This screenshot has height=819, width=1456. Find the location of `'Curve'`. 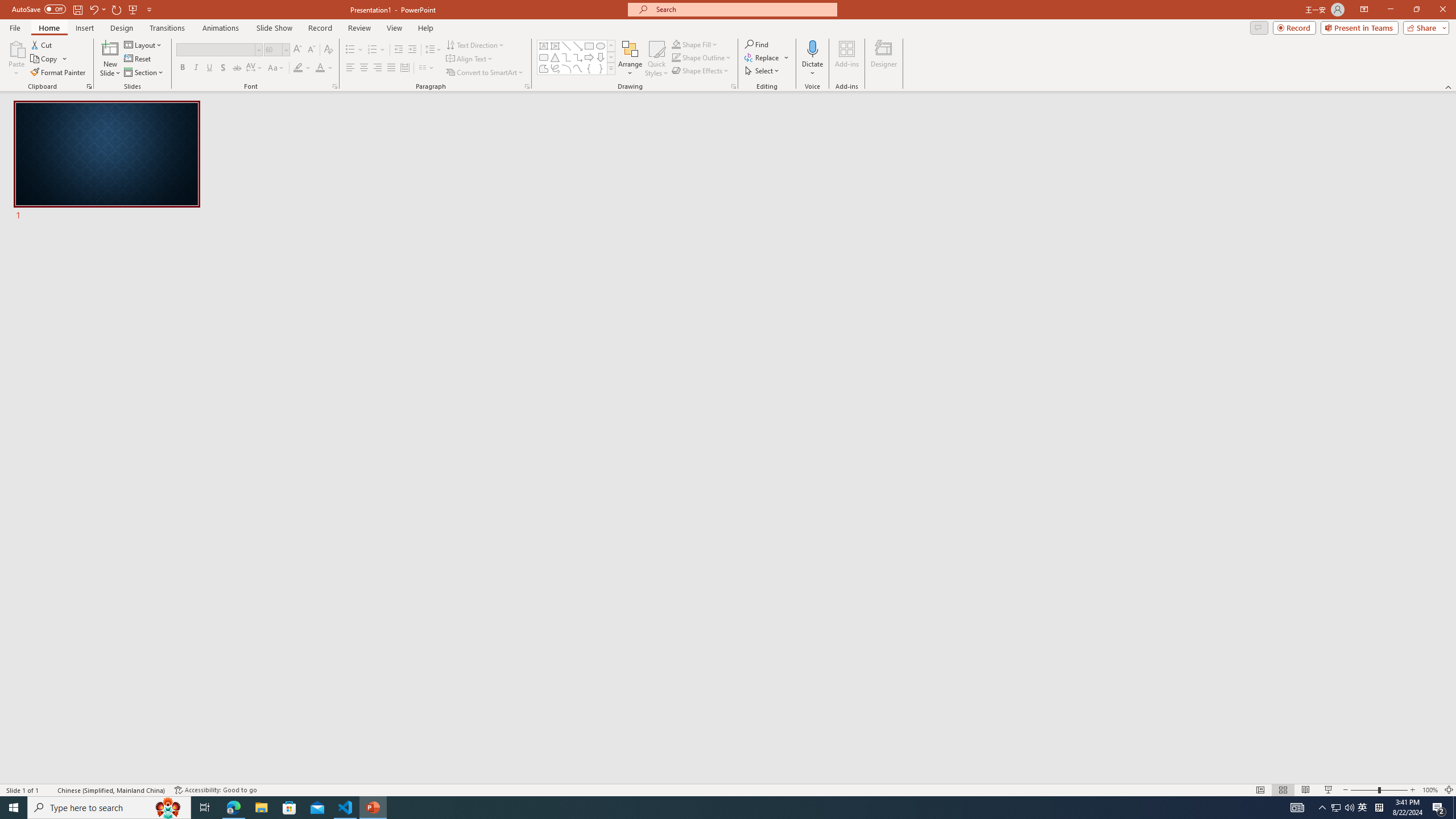

'Curve' is located at coordinates (577, 68).